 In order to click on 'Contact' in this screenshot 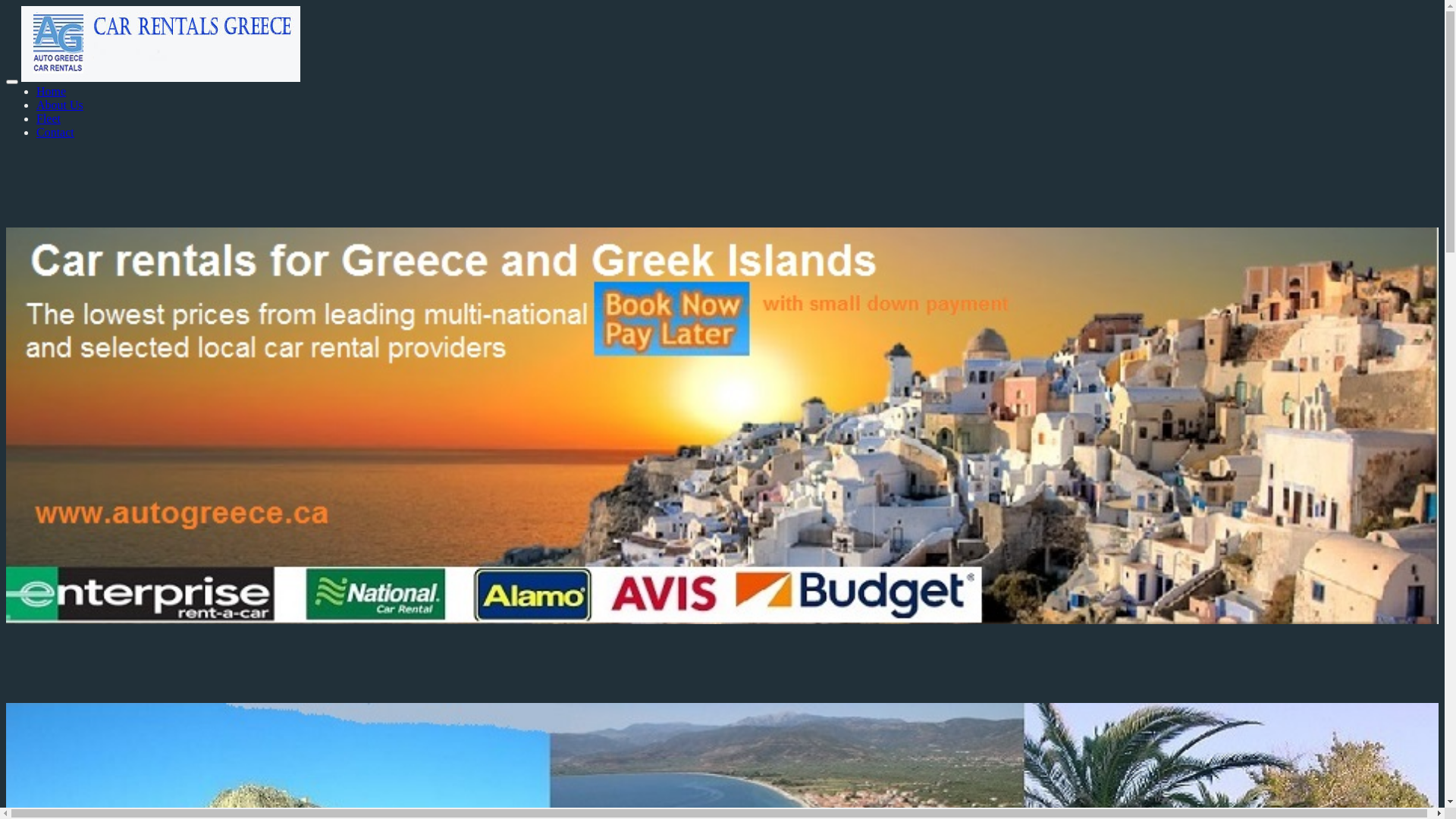, I will do `click(55, 131)`.